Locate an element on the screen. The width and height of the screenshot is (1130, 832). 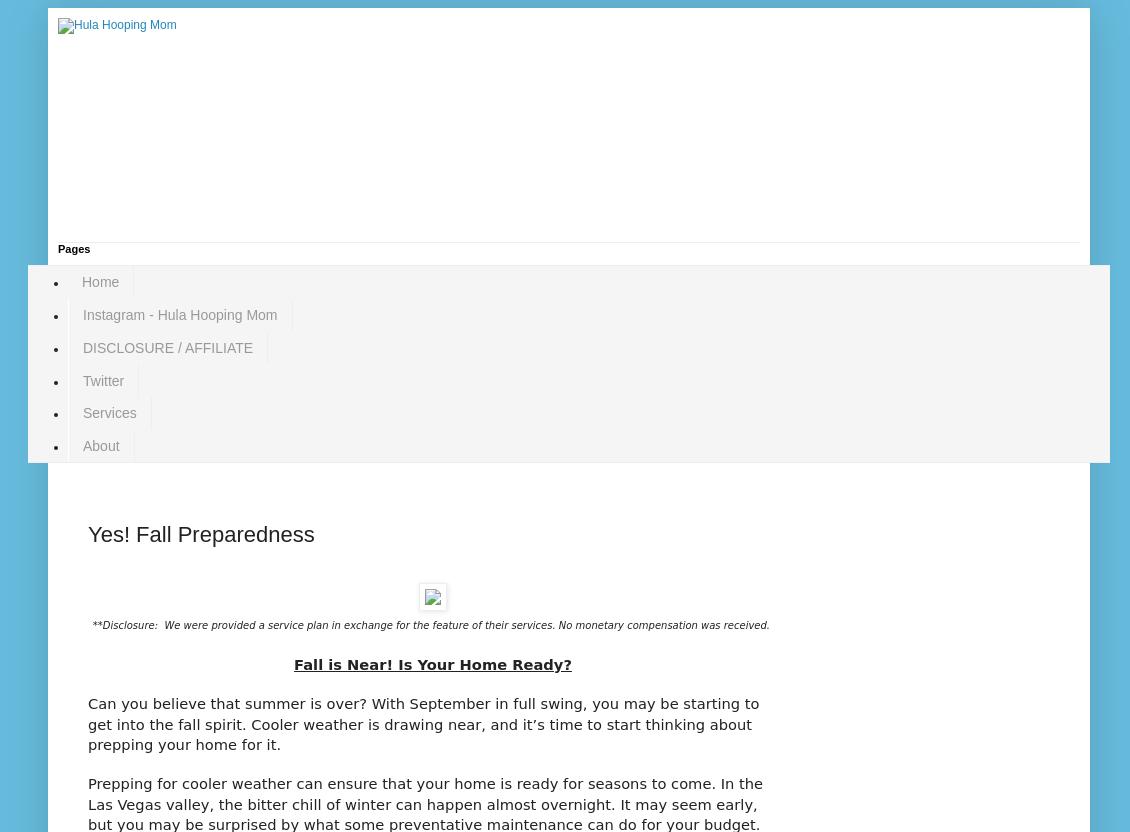
'About' is located at coordinates (101, 446).